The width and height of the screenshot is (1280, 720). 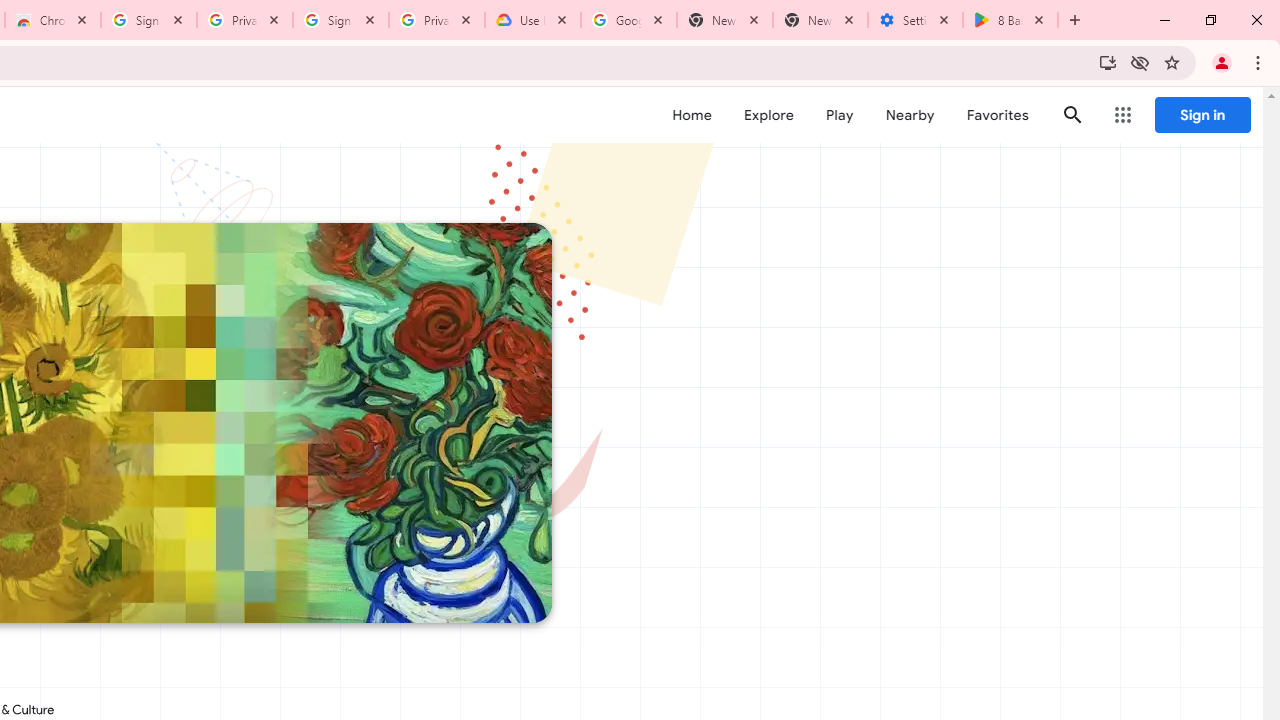 I want to click on 'Settings - System', so click(x=914, y=20).